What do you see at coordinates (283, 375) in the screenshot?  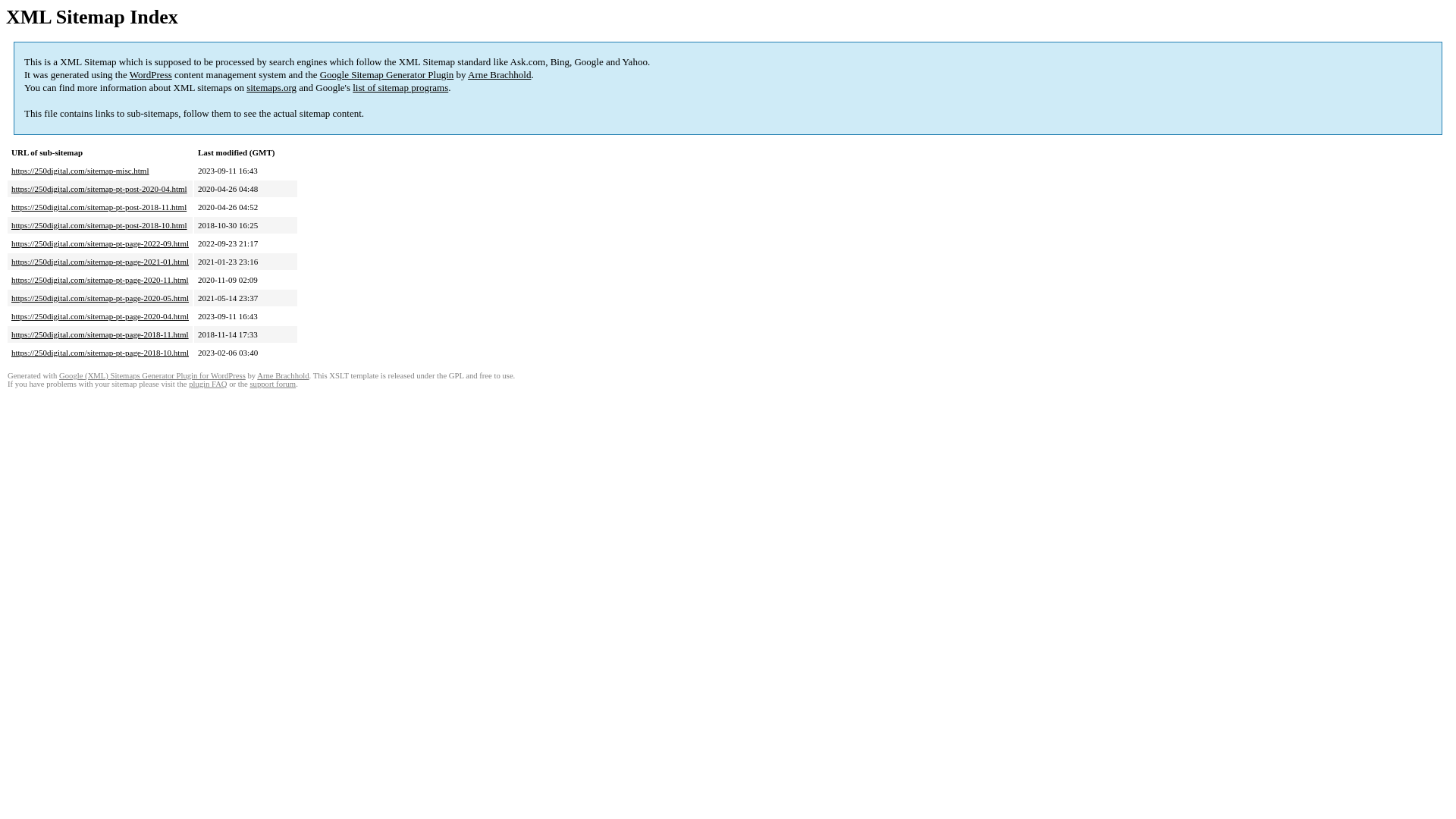 I see `'Arne Brachhold'` at bounding box center [283, 375].